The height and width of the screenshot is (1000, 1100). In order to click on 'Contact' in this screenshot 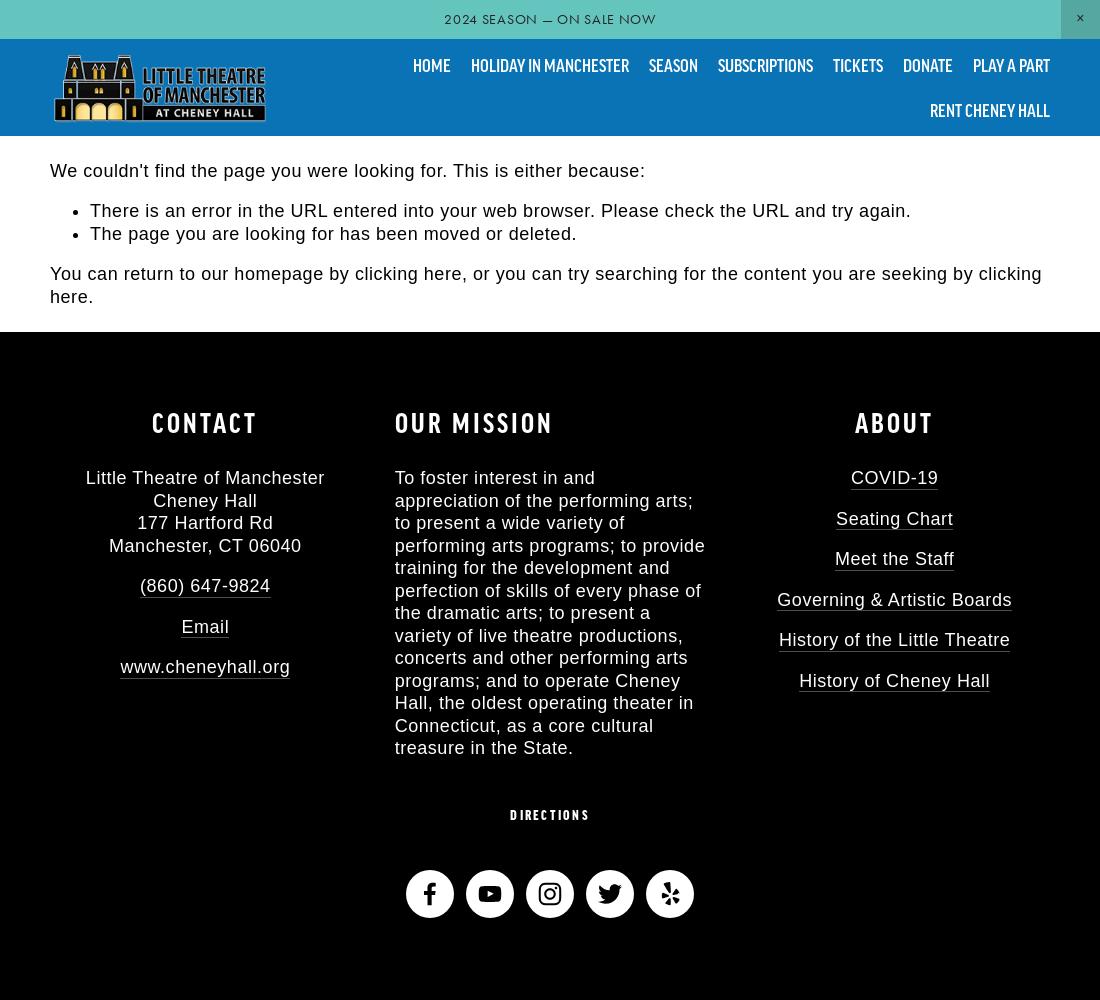, I will do `click(204, 422)`.